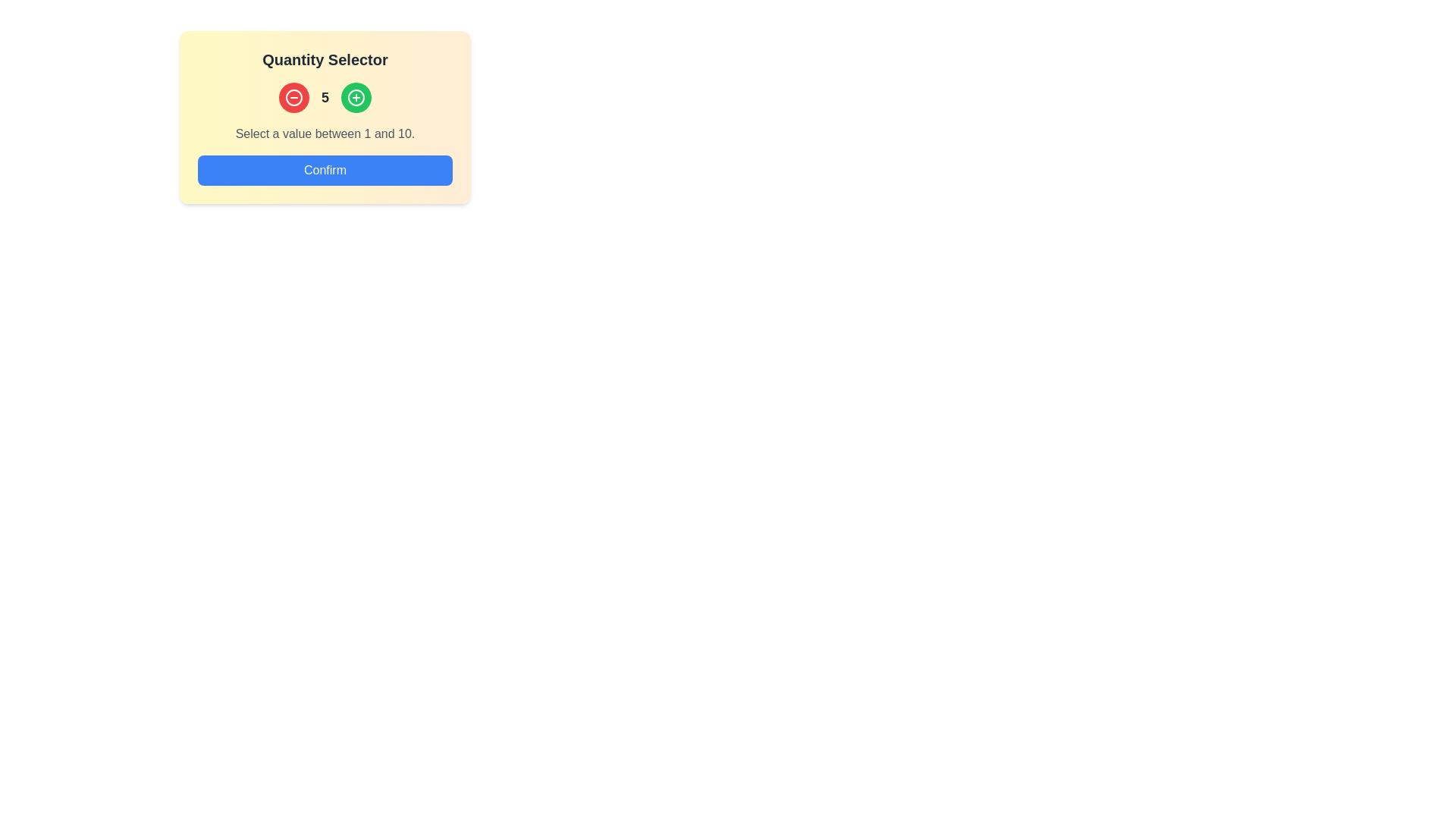 This screenshot has height=819, width=1456. I want to click on the decrement button located to the left of the number '5' to decrement the displayed numeric value, so click(294, 97).